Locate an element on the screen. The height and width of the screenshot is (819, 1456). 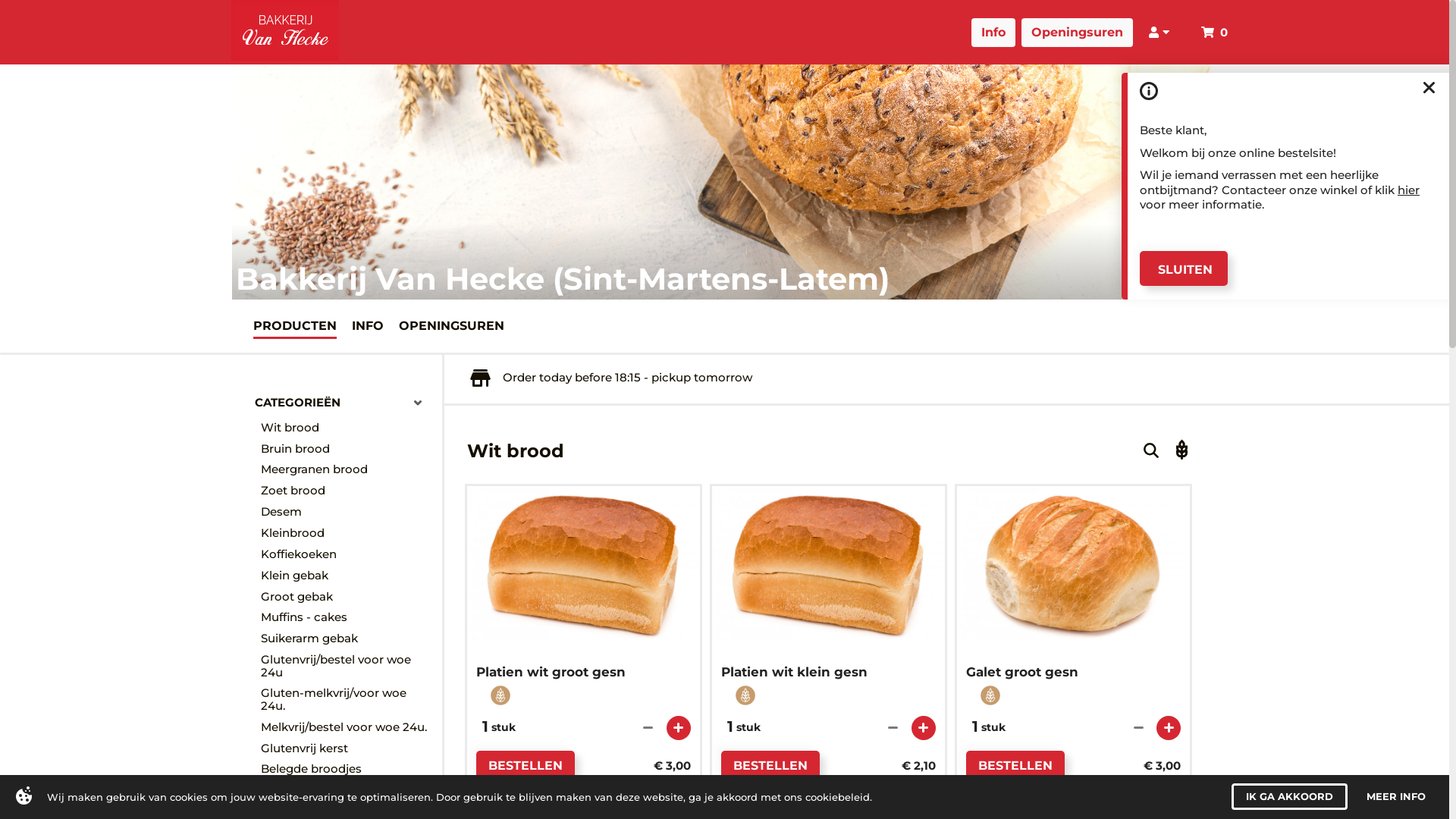
'IK GA AKKOORD' is located at coordinates (1288, 795).